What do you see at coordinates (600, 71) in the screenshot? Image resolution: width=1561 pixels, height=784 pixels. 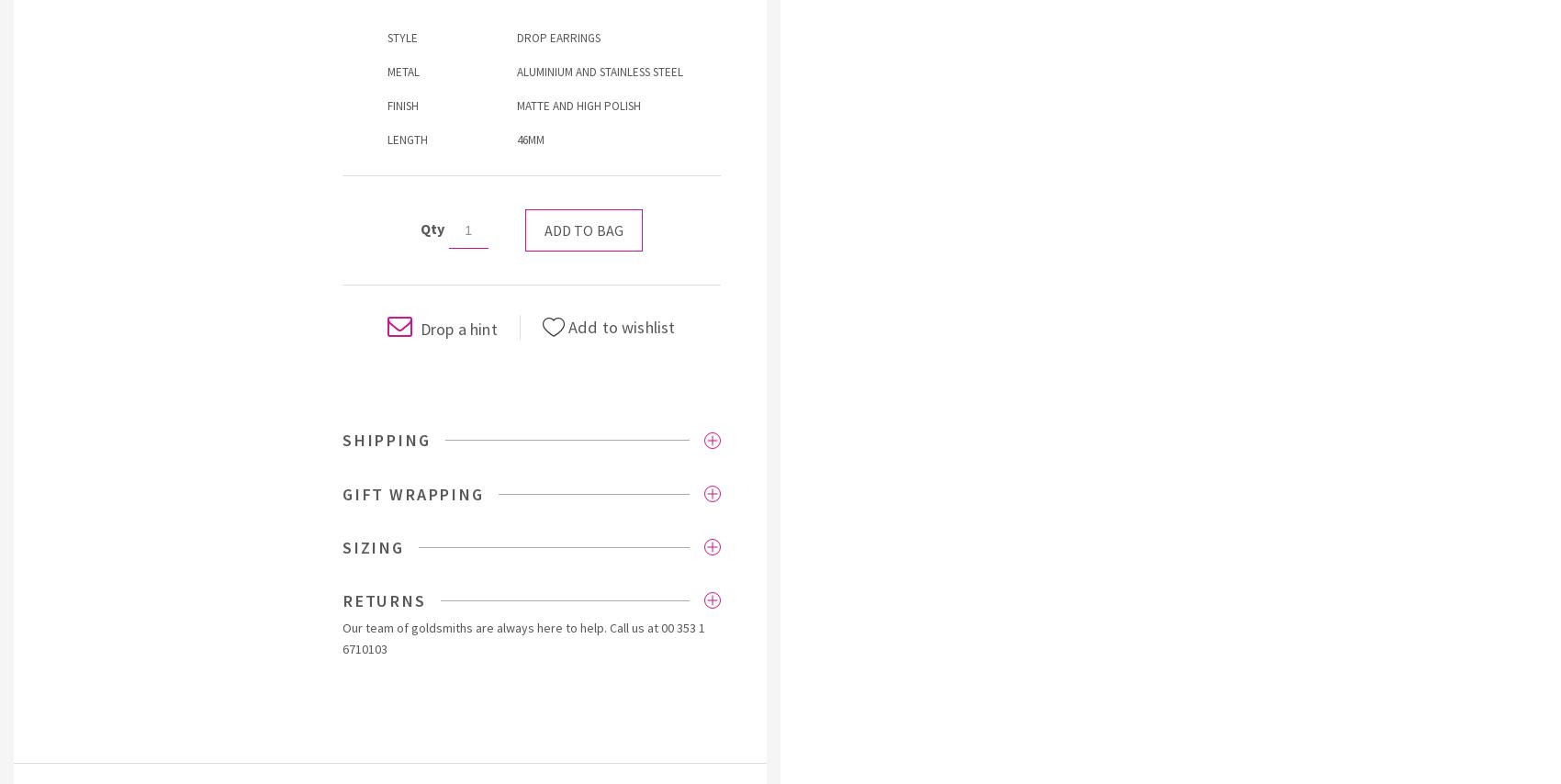 I see `'ALUMINIUM AND STAINLESS STEEL'` at bounding box center [600, 71].